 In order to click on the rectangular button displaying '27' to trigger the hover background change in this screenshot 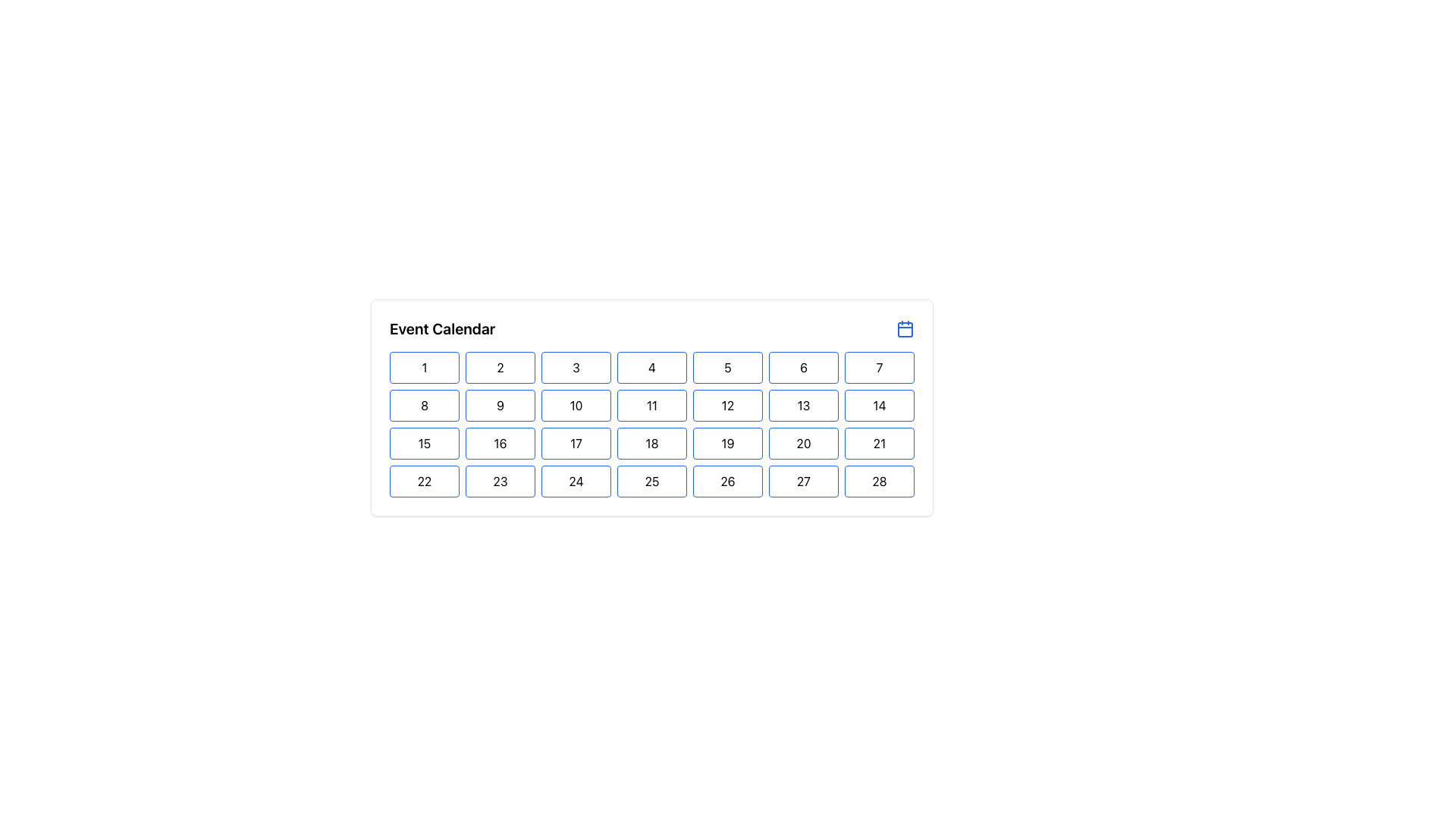, I will do `click(803, 482)`.